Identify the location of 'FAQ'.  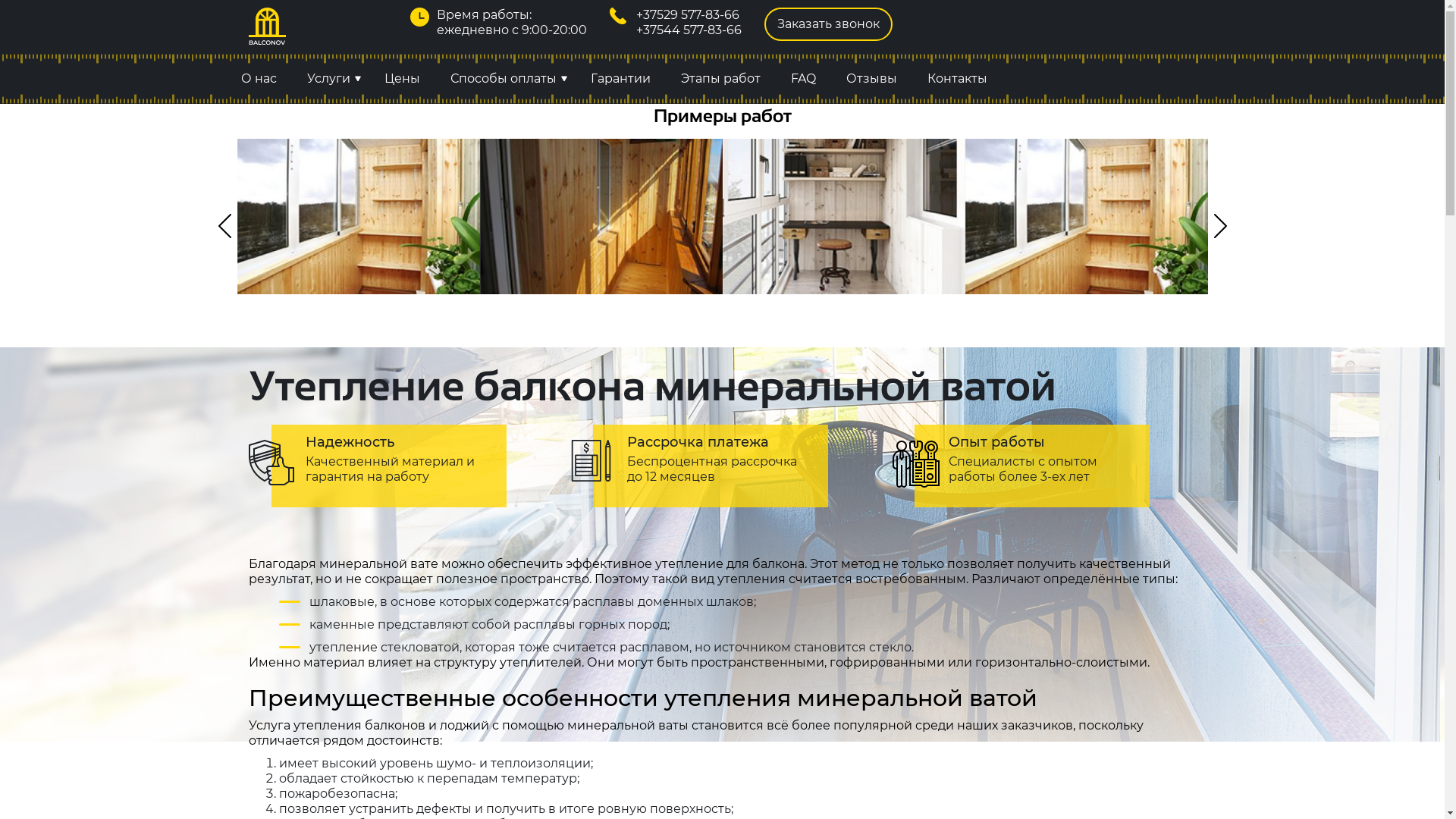
(802, 79).